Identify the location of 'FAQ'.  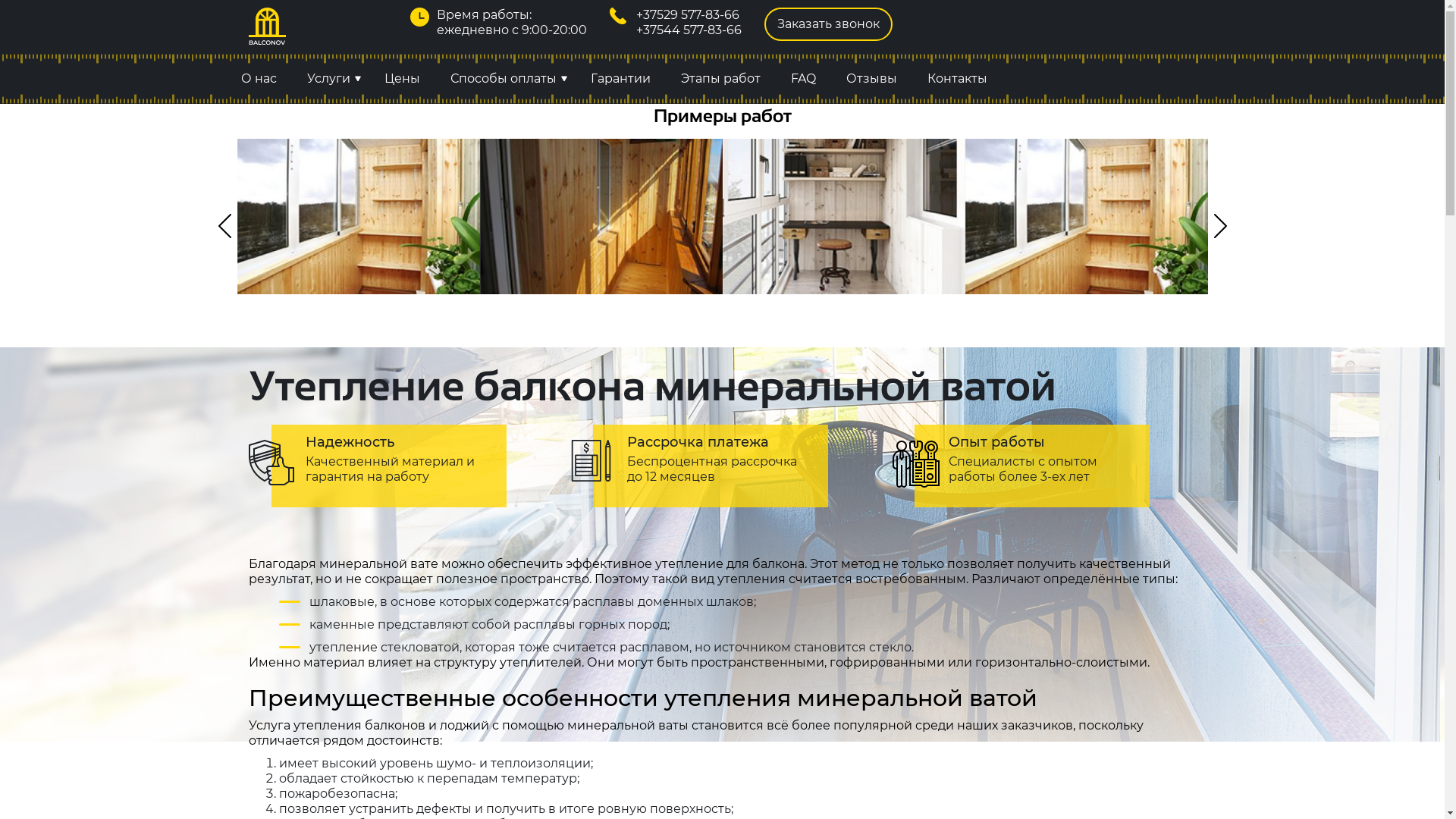
(802, 79).